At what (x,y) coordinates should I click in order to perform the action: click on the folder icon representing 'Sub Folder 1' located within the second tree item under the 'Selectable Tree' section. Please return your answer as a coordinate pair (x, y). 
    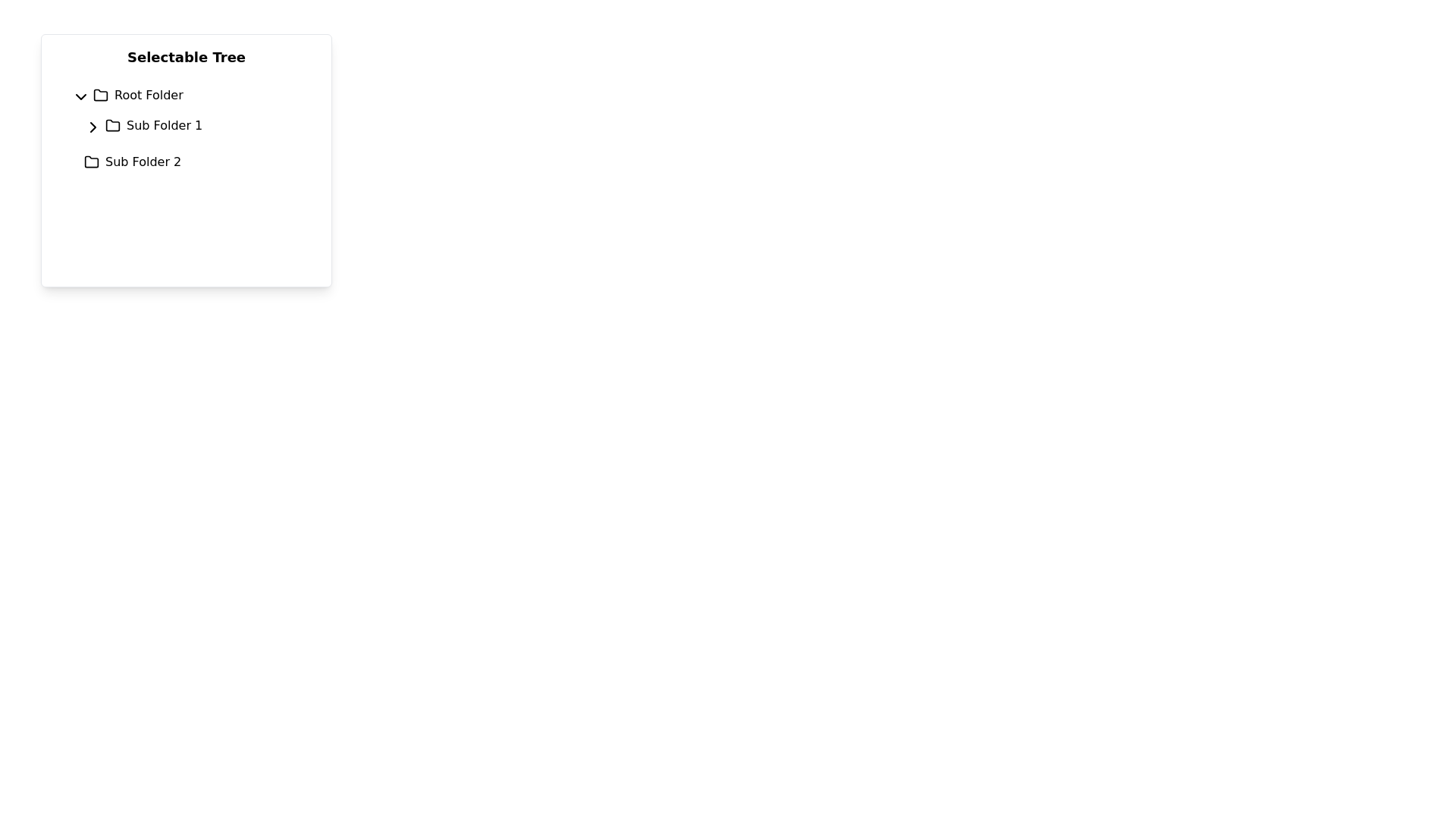
    Looking at the image, I should click on (111, 124).